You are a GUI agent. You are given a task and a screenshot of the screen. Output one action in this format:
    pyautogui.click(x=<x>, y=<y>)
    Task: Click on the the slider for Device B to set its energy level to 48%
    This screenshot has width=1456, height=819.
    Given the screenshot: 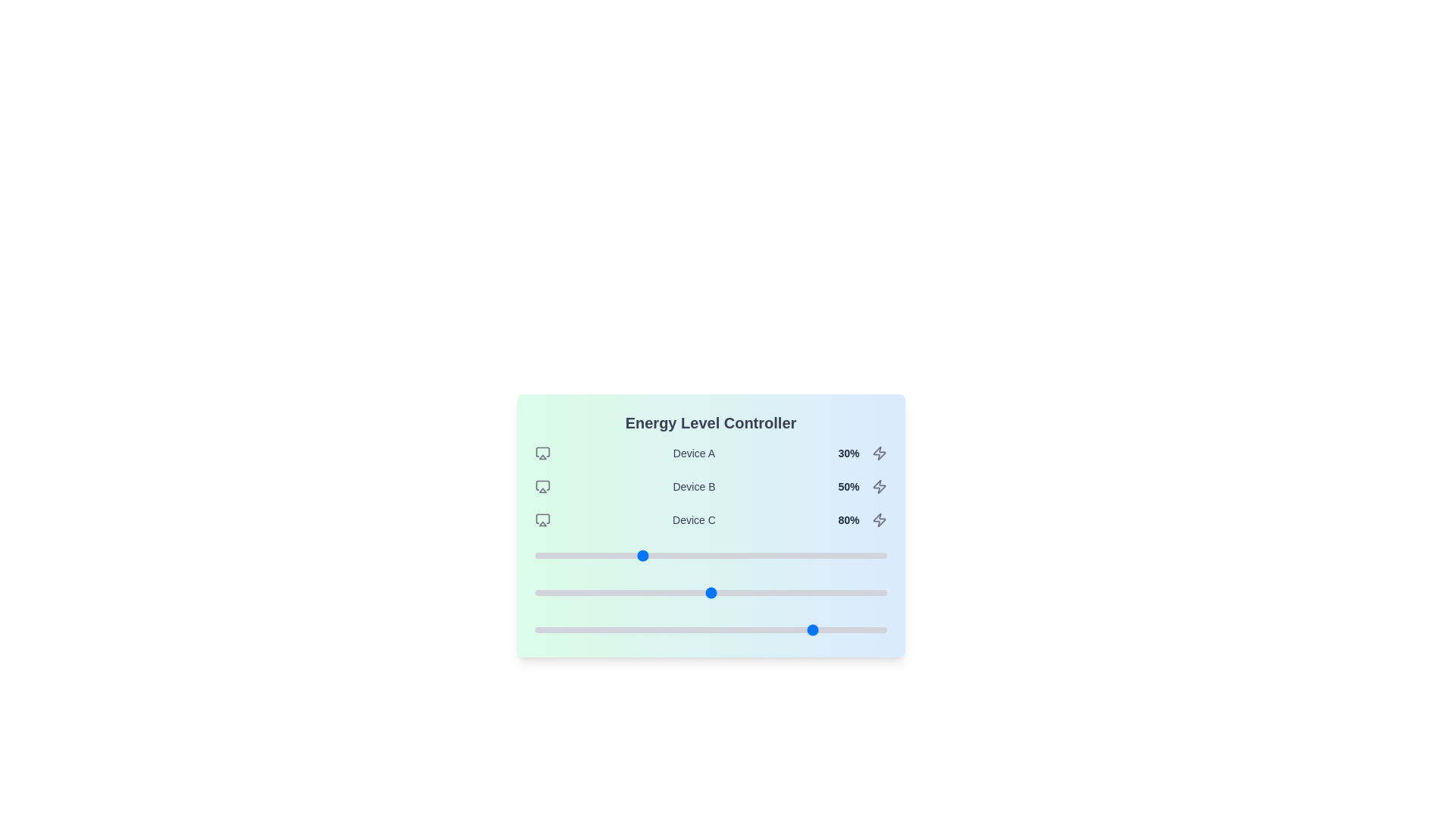 What is the action you would take?
    pyautogui.click(x=703, y=592)
    